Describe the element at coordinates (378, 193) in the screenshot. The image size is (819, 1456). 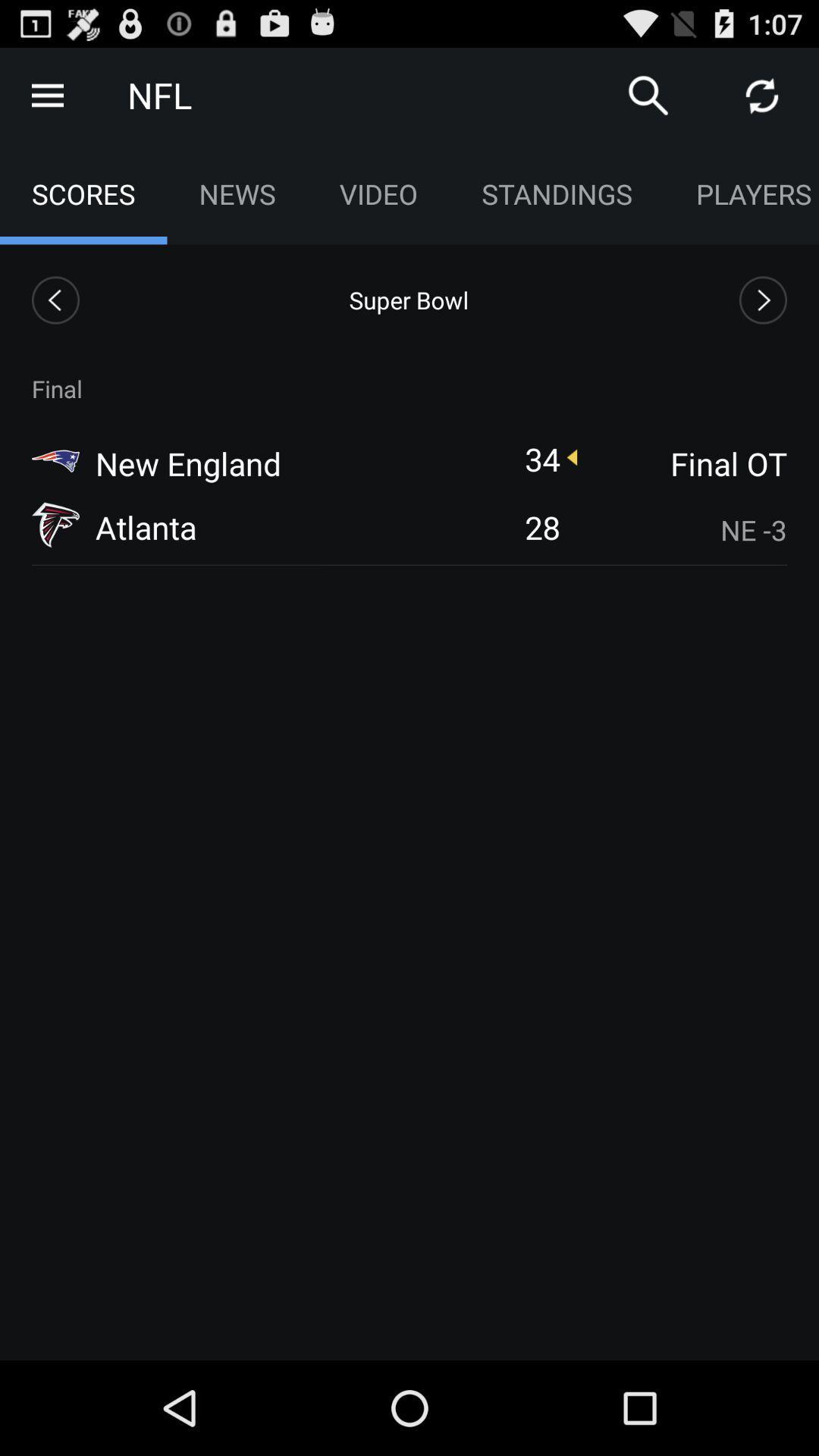
I see `the app next to news icon` at that location.